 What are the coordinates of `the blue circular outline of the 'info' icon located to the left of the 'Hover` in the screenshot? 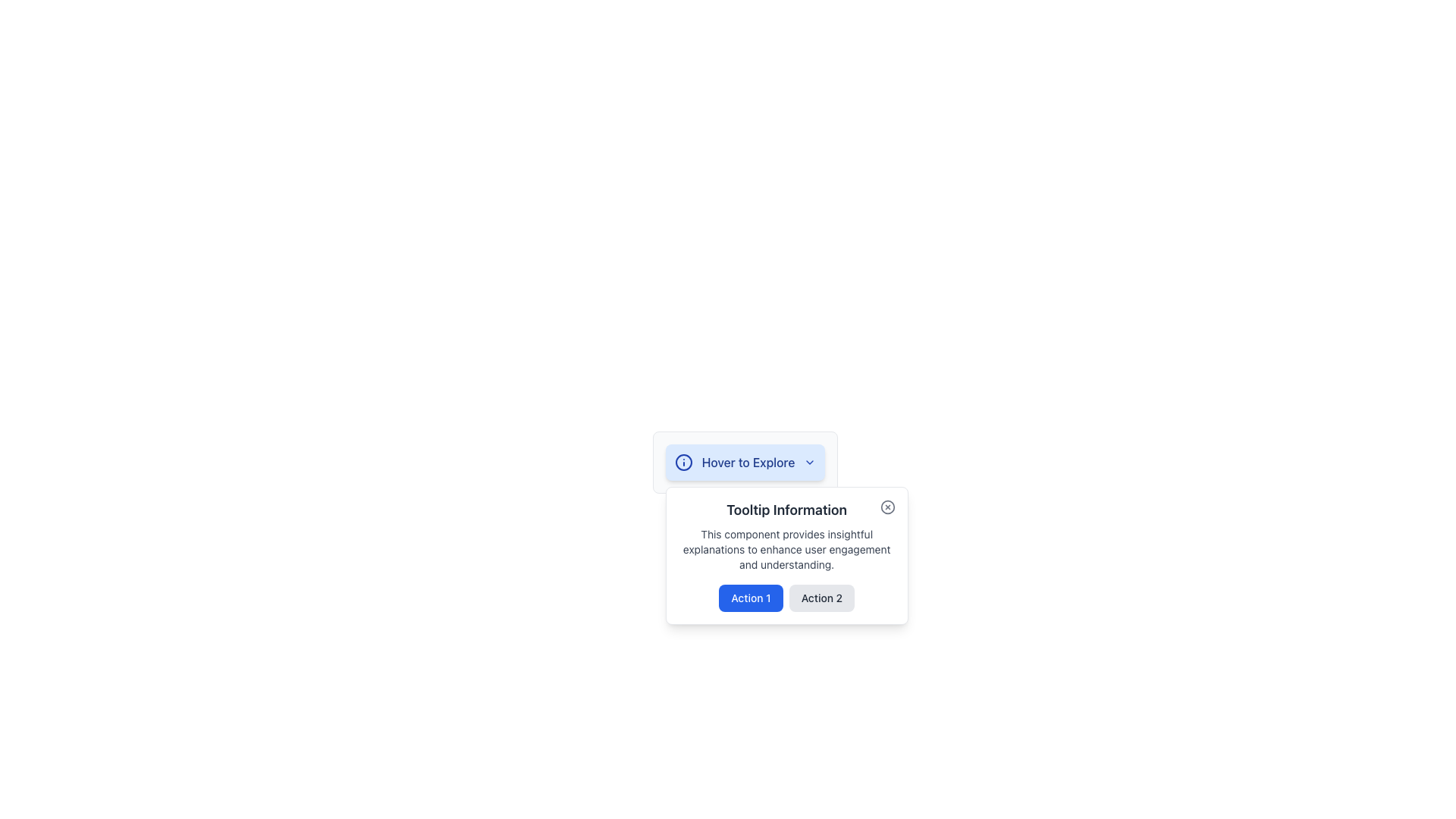 It's located at (682, 461).